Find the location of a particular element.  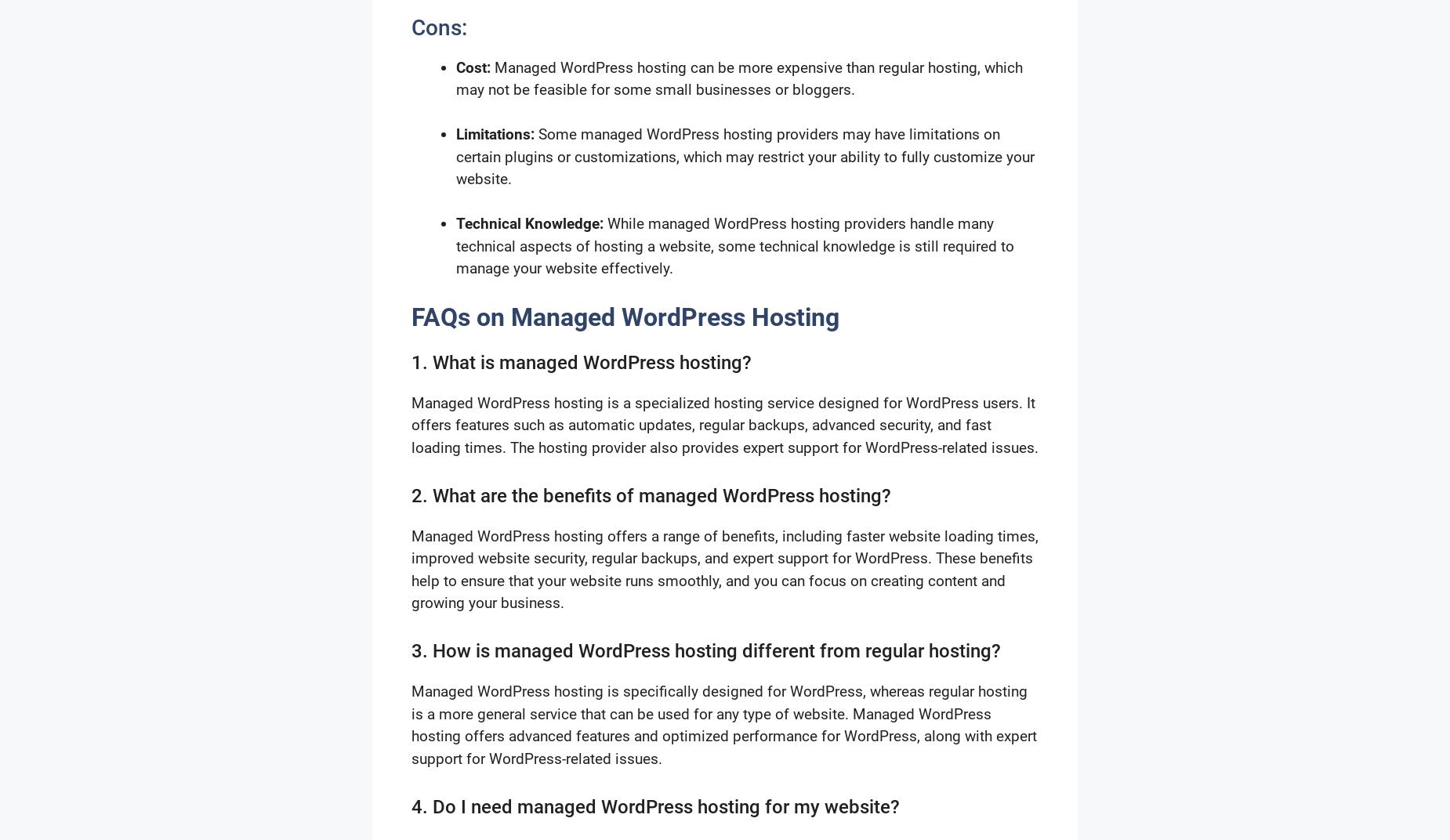

'Managed WordPress hosting is a specialized hosting service designed for WordPress users. It offers features such as automatic updates, regular backups, advanced security, and fast loading times. The hosting provider also provides expert support for WordPress-related issues.' is located at coordinates (725, 424).